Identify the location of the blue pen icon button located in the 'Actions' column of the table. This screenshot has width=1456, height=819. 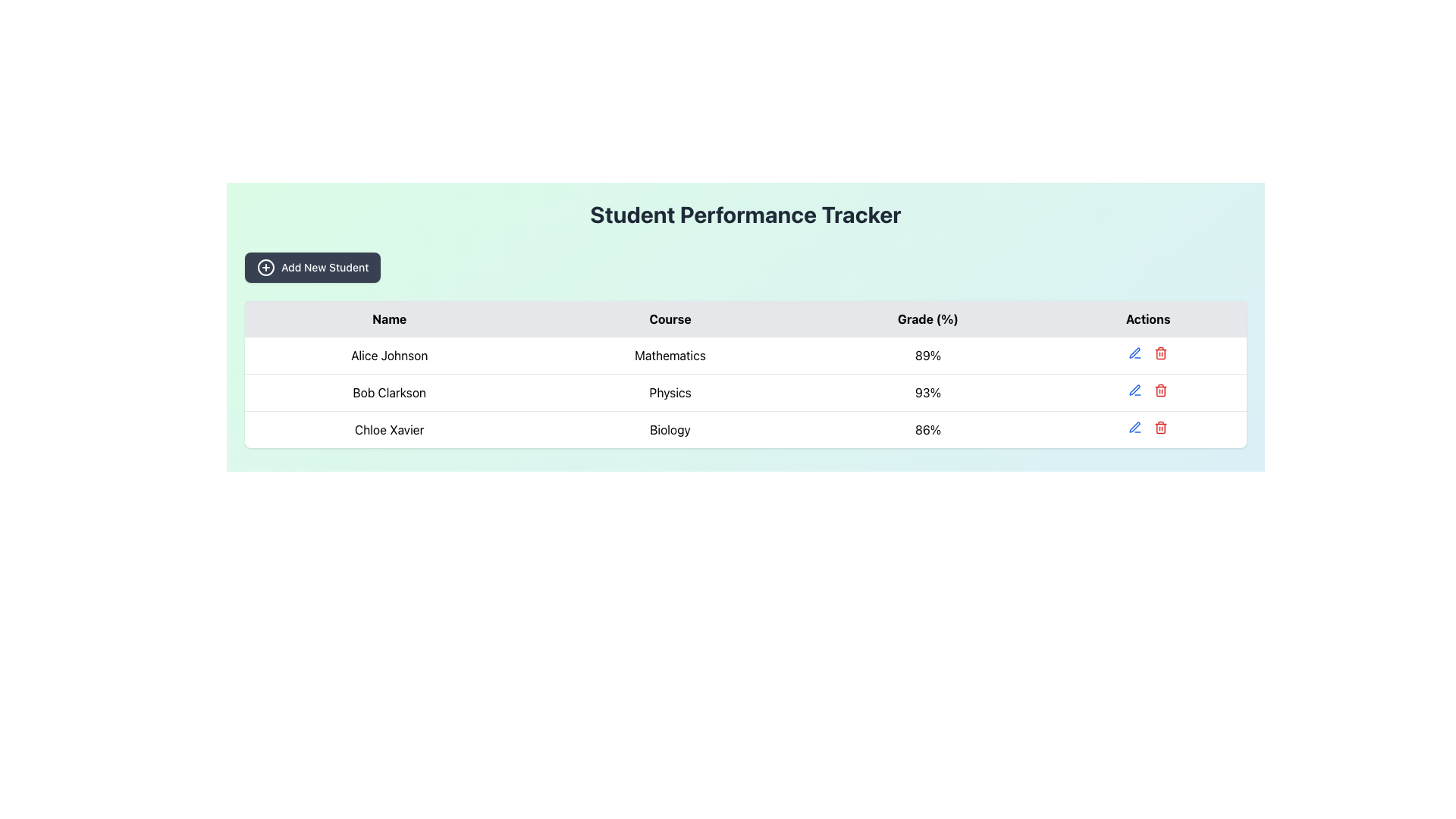
(1135, 390).